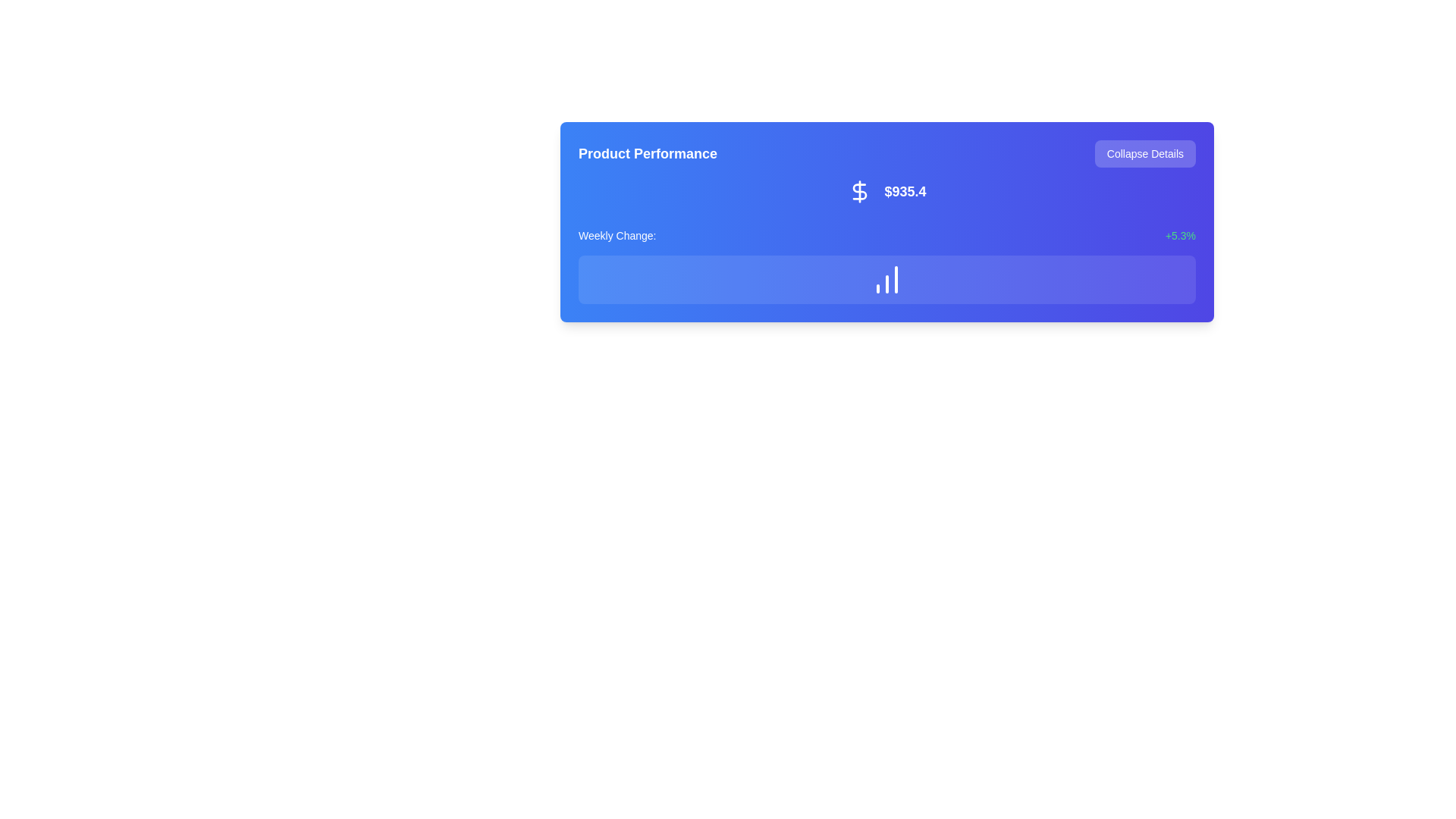 The width and height of the screenshot is (1456, 819). What do you see at coordinates (887, 236) in the screenshot?
I see `the data display component that shows 'Weekly Change:' and '+5.3%' on a colored background bar, positioned below '$935.4'` at bounding box center [887, 236].